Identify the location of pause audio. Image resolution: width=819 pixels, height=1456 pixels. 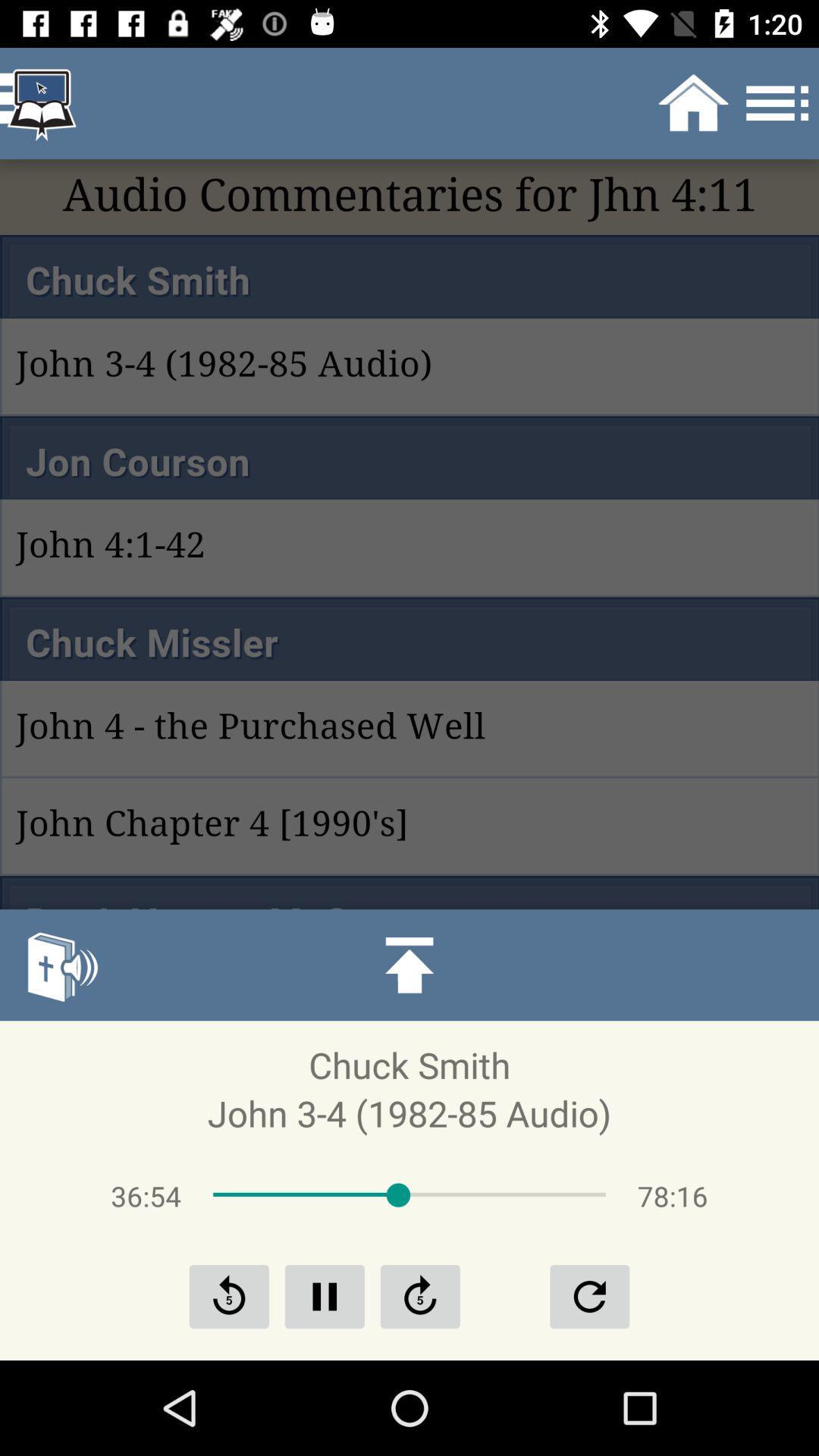
(324, 1295).